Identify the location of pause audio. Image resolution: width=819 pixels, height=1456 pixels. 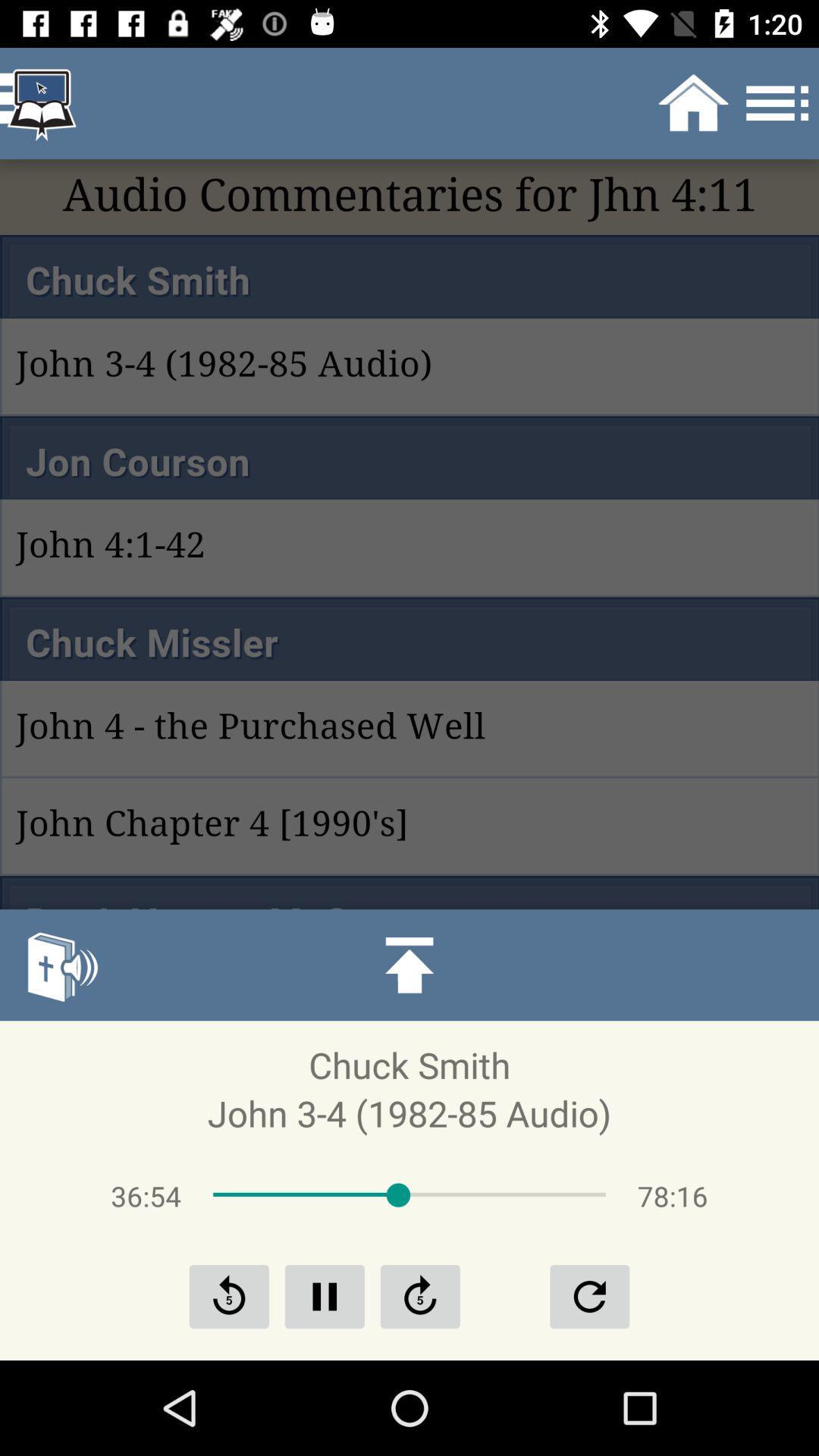
(324, 1295).